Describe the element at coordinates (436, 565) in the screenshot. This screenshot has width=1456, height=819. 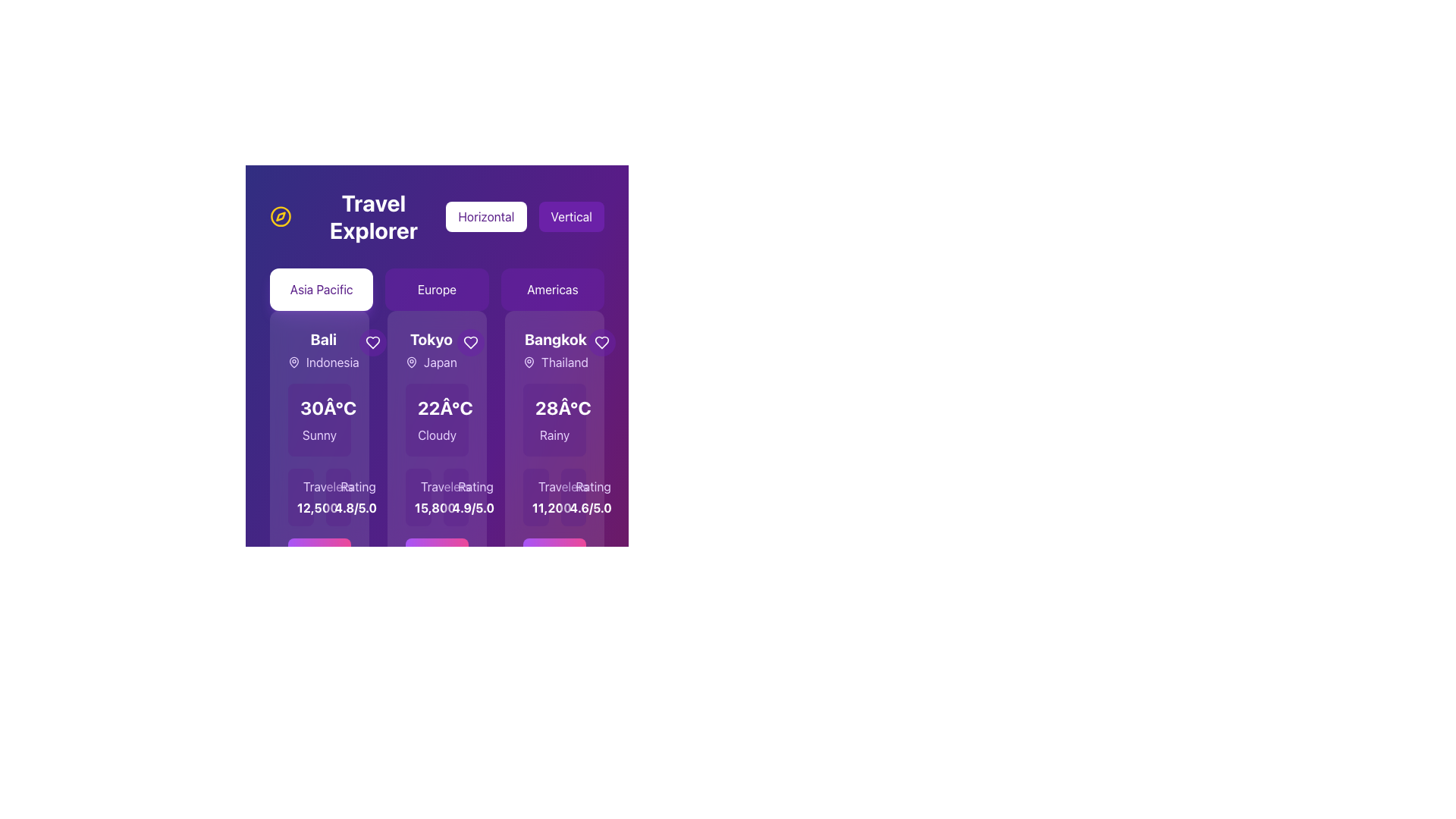
I see `the button located at the bottommost region of the panel dedicated to 'Tokyo, Japan' destination information` at that location.